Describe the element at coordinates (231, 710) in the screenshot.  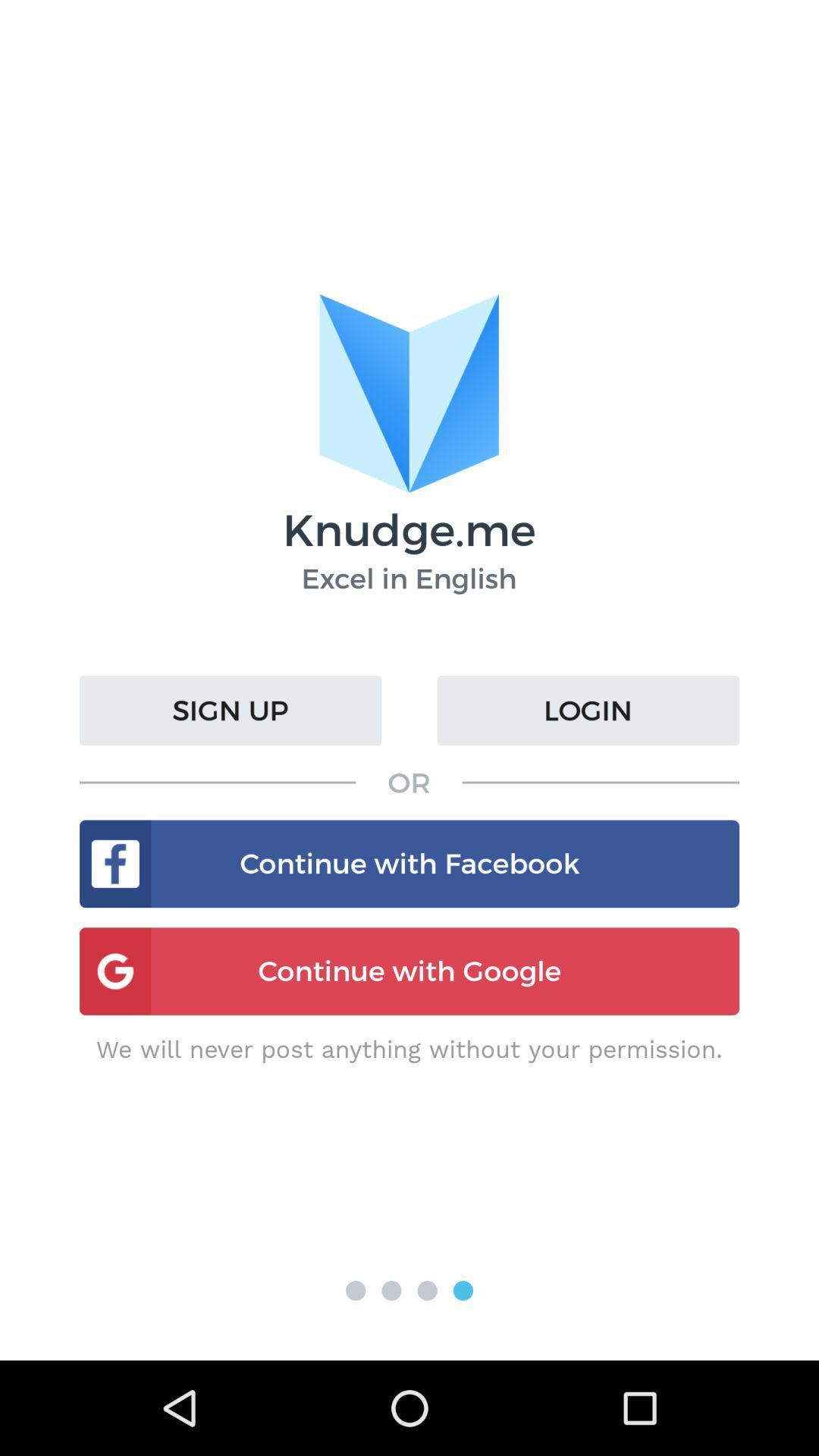
I see `icon below excel in english` at that location.